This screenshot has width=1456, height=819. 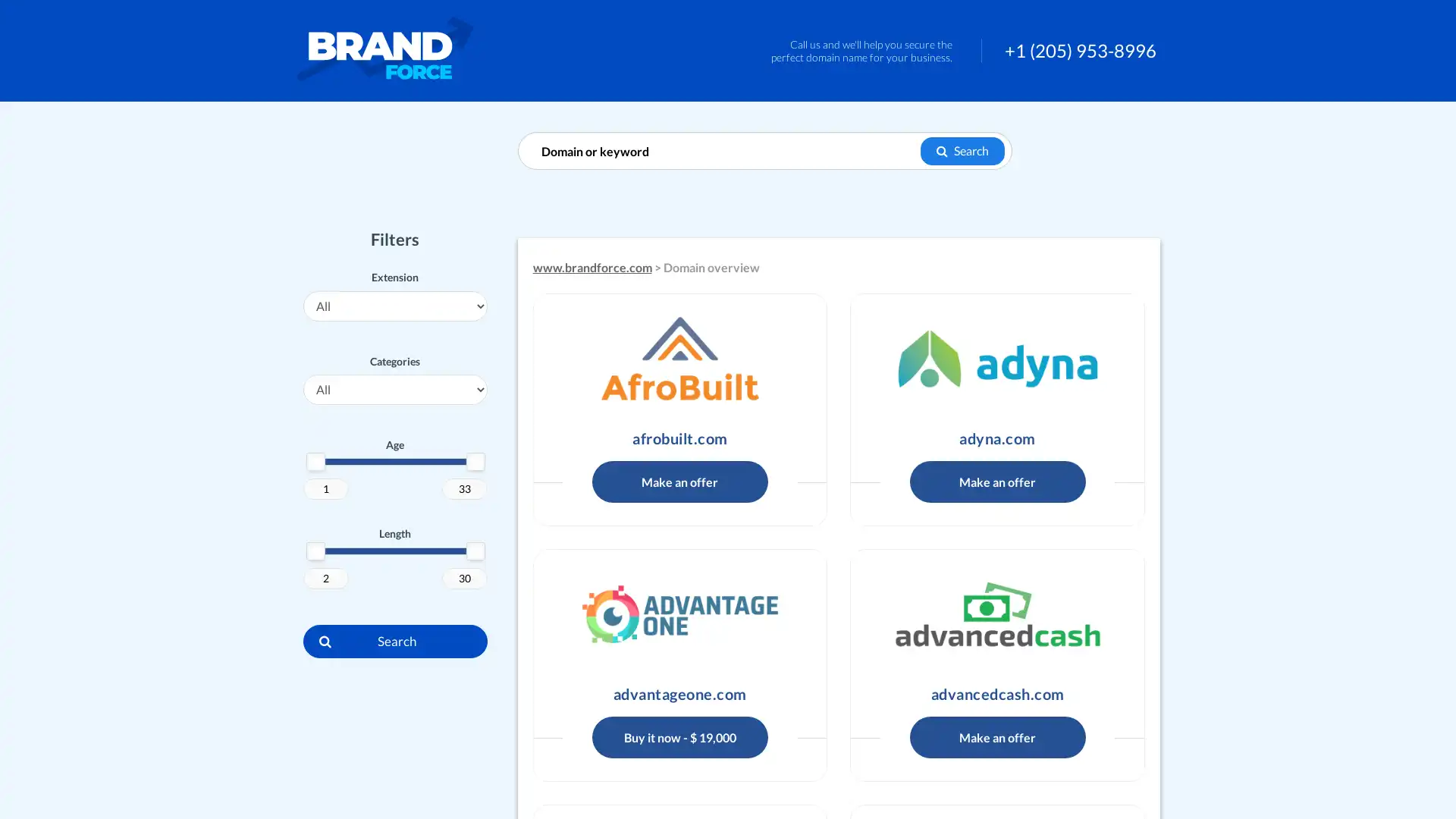 I want to click on Make an offer, so click(x=997, y=736).